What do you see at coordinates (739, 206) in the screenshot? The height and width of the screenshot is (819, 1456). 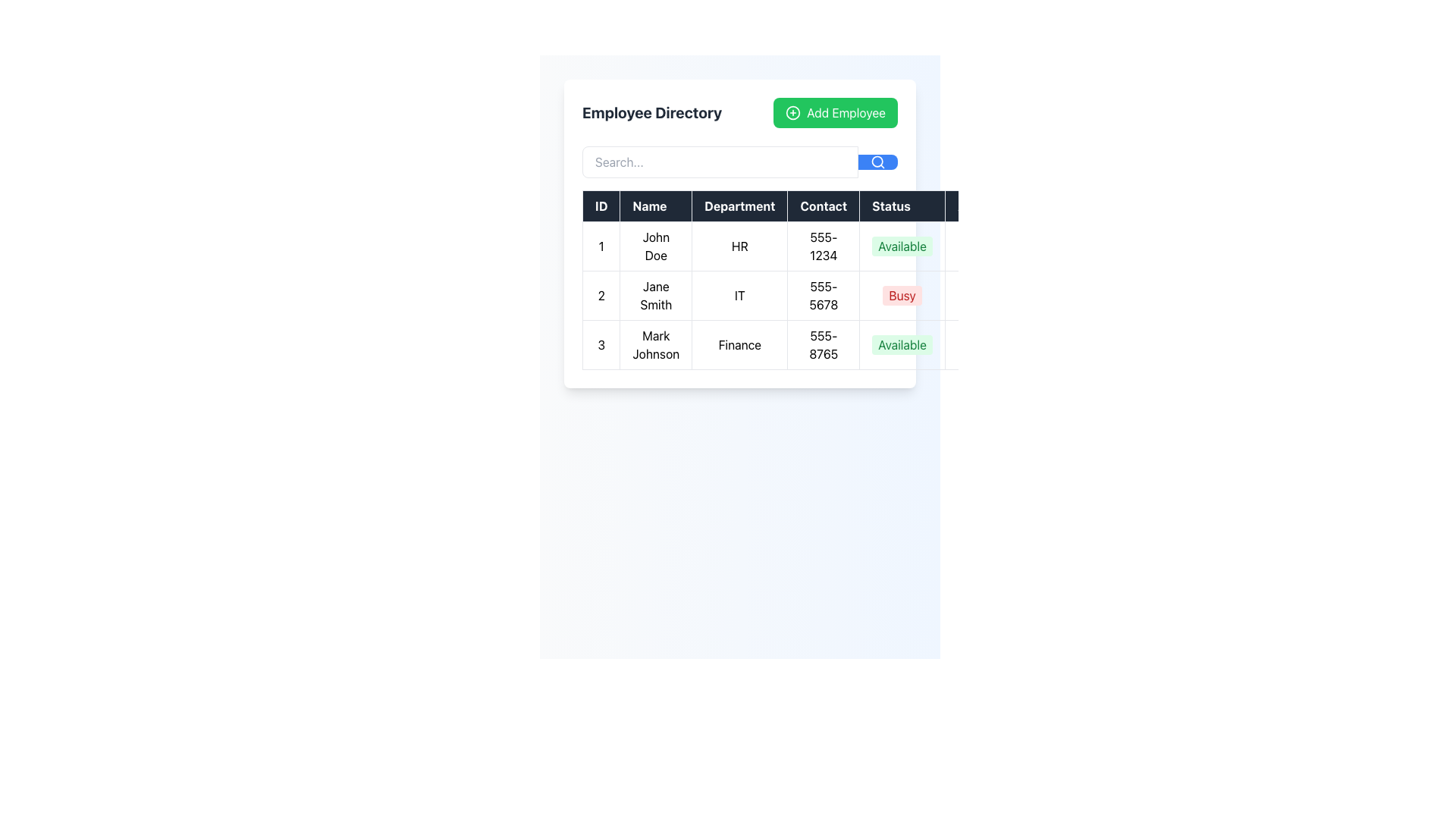 I see `the table header cell labeled 'Department', which is the third column header in the table, positioned between 'Name' and 'Contact'` at bounding box center [739, 206].